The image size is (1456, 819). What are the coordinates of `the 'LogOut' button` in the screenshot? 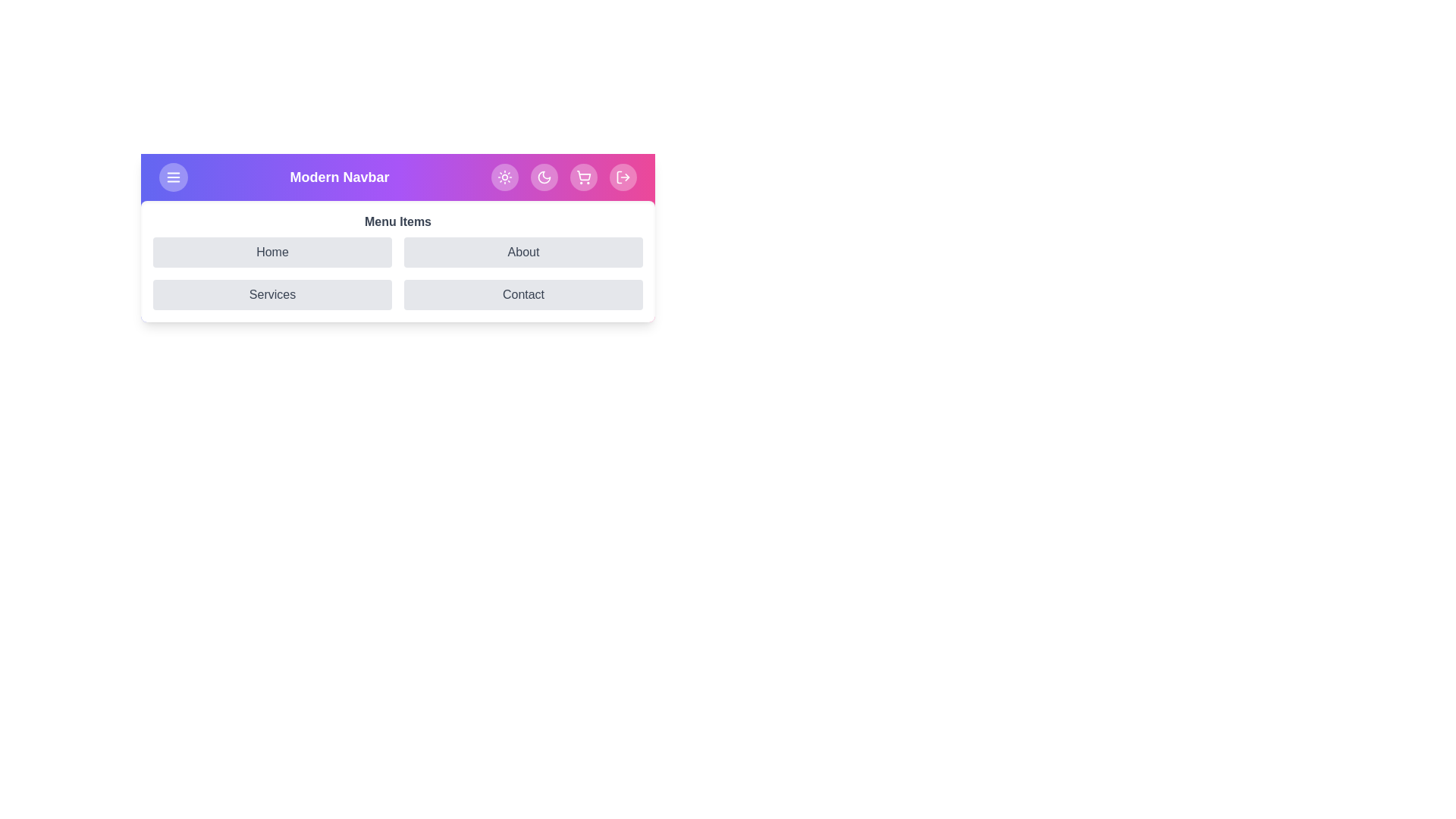 It's located at (623, 177).